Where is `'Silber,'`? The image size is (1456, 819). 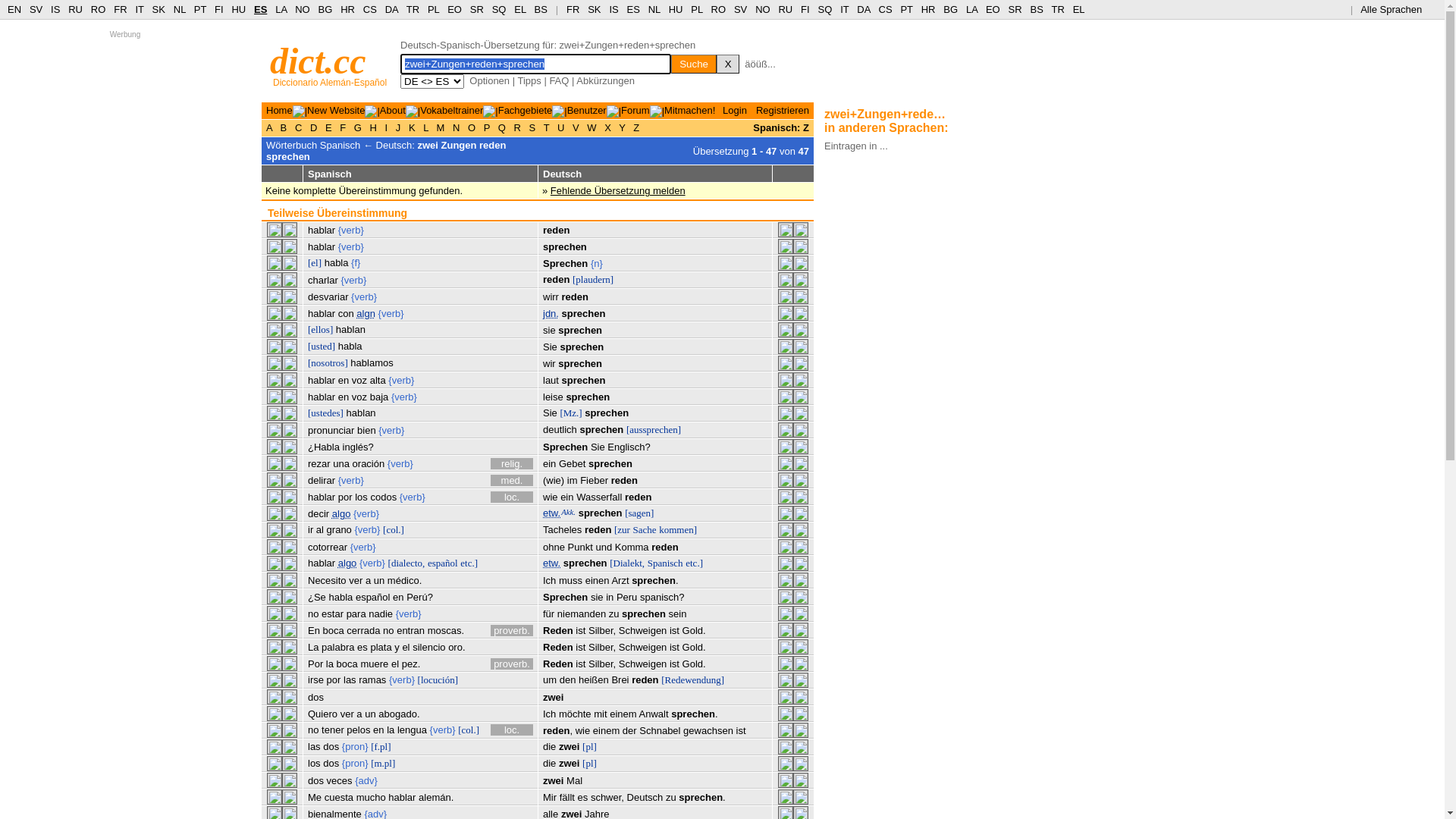
'Silber,' is located at coordinates (601, 630).